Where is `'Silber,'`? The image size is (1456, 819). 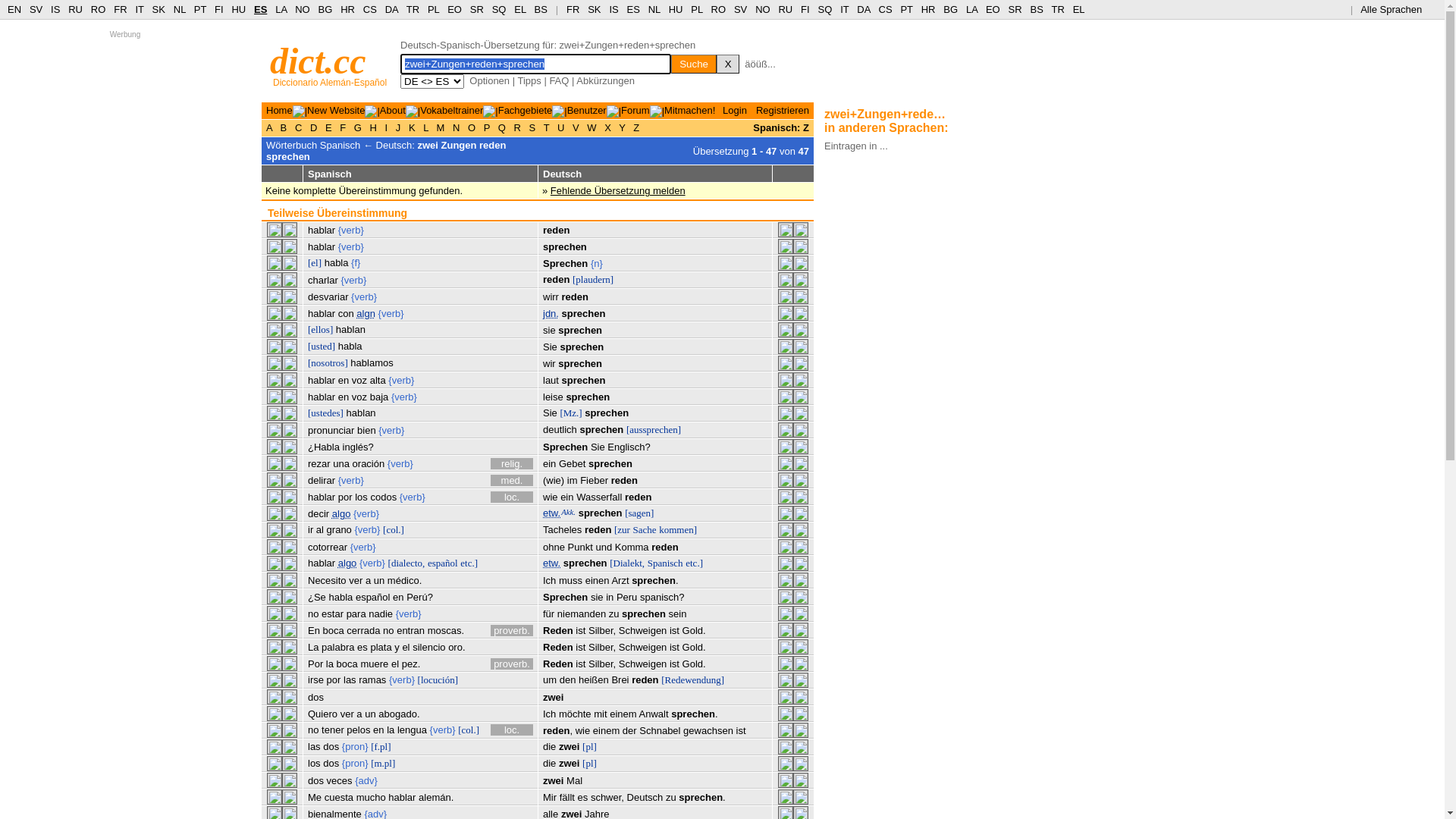
'Silber,' is located at coordinates (601, 630).